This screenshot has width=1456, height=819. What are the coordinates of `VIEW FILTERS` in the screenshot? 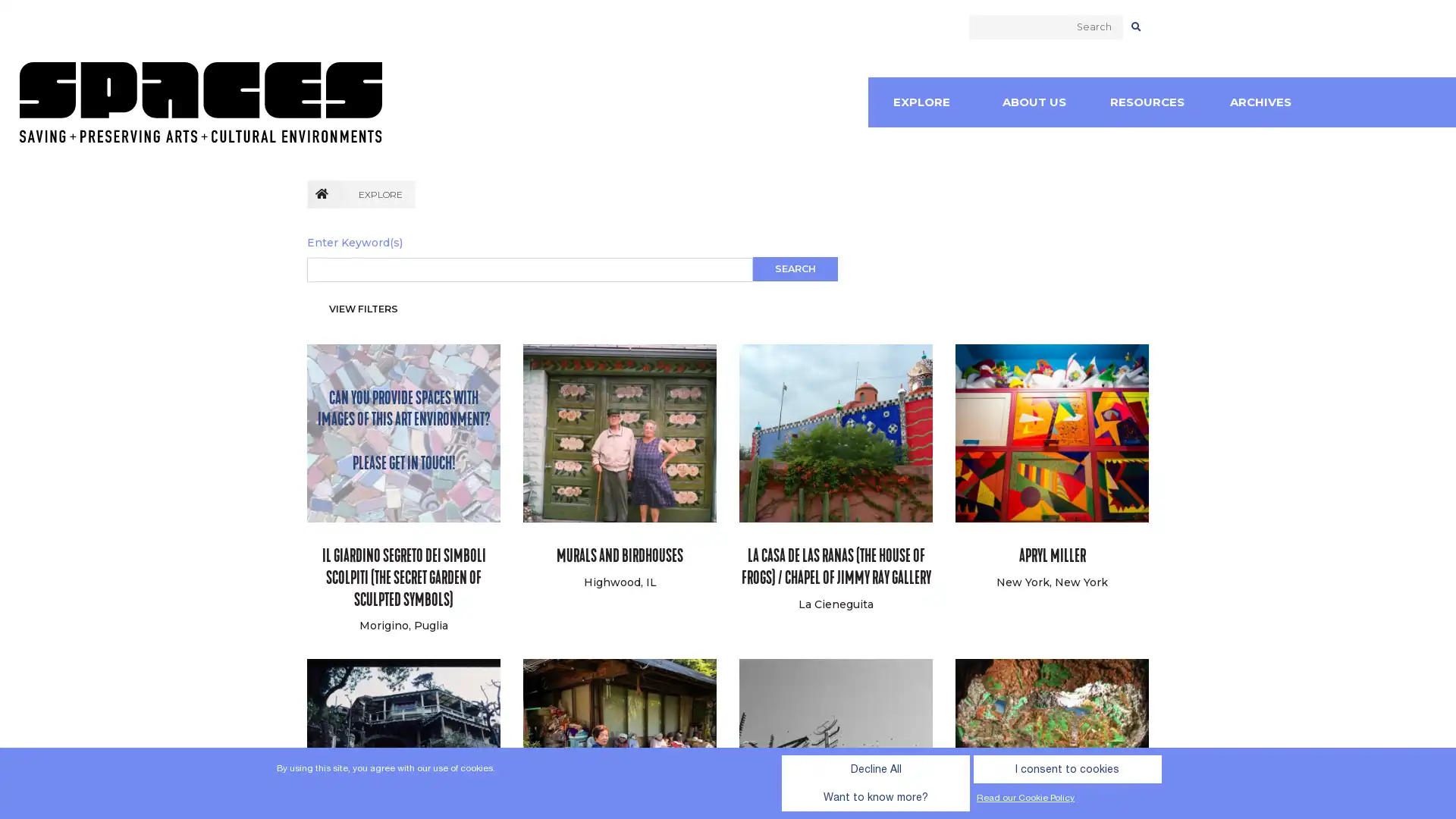 It's located at (362, 309).